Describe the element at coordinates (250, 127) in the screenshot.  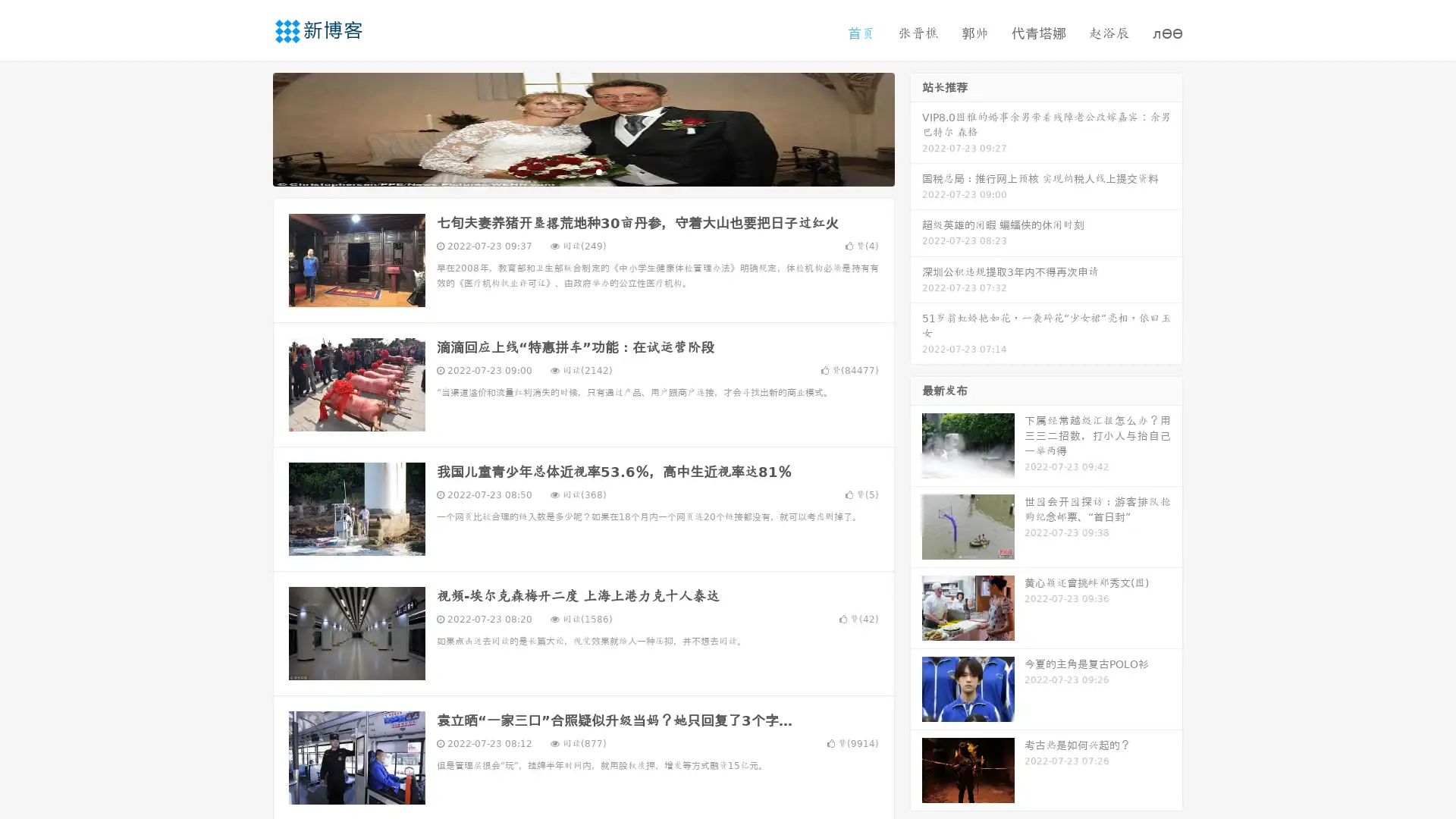
I see `Previous slide` at that location.